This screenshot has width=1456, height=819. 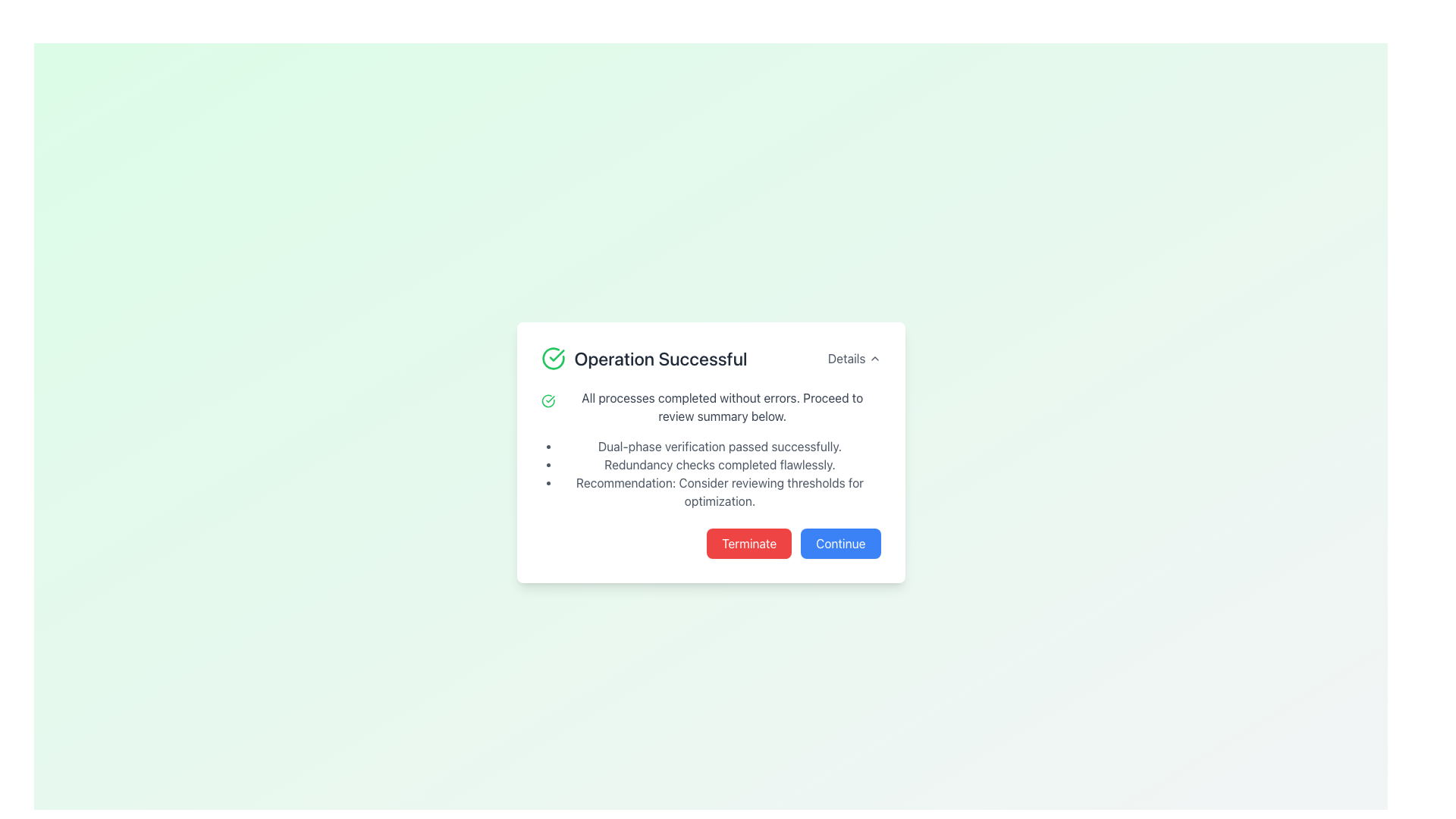 I want to click on text 'Redundancy checks completed flawlessly.' which is the second list item in a bullet-point list within a dialog box, so click(x=719, y=464).